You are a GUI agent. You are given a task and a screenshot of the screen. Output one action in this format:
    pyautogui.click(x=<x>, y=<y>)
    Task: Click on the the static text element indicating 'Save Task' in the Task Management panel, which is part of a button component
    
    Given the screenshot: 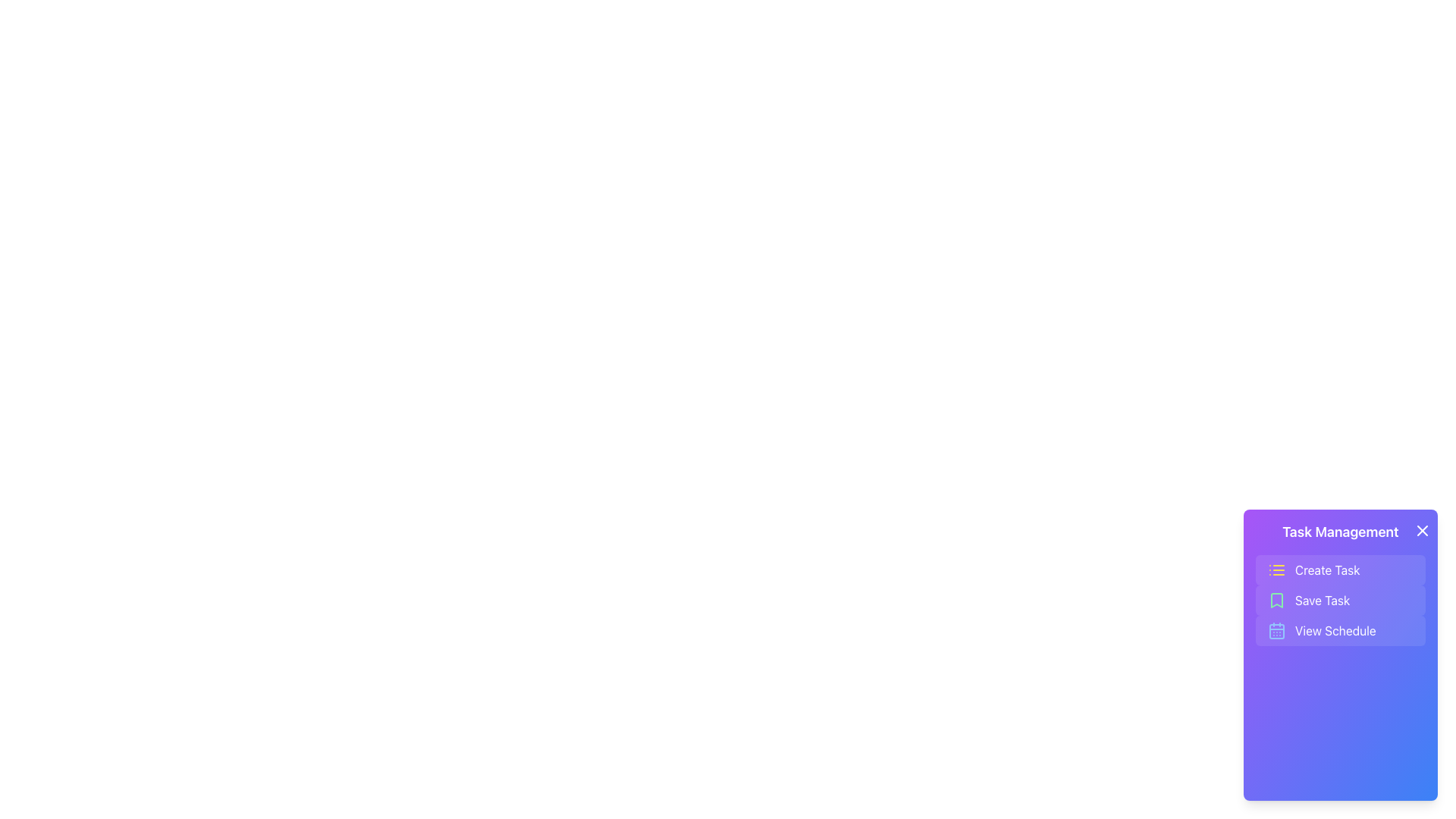 What is the action you would take?
    pyautogui.click(x=1322, y=599)
    